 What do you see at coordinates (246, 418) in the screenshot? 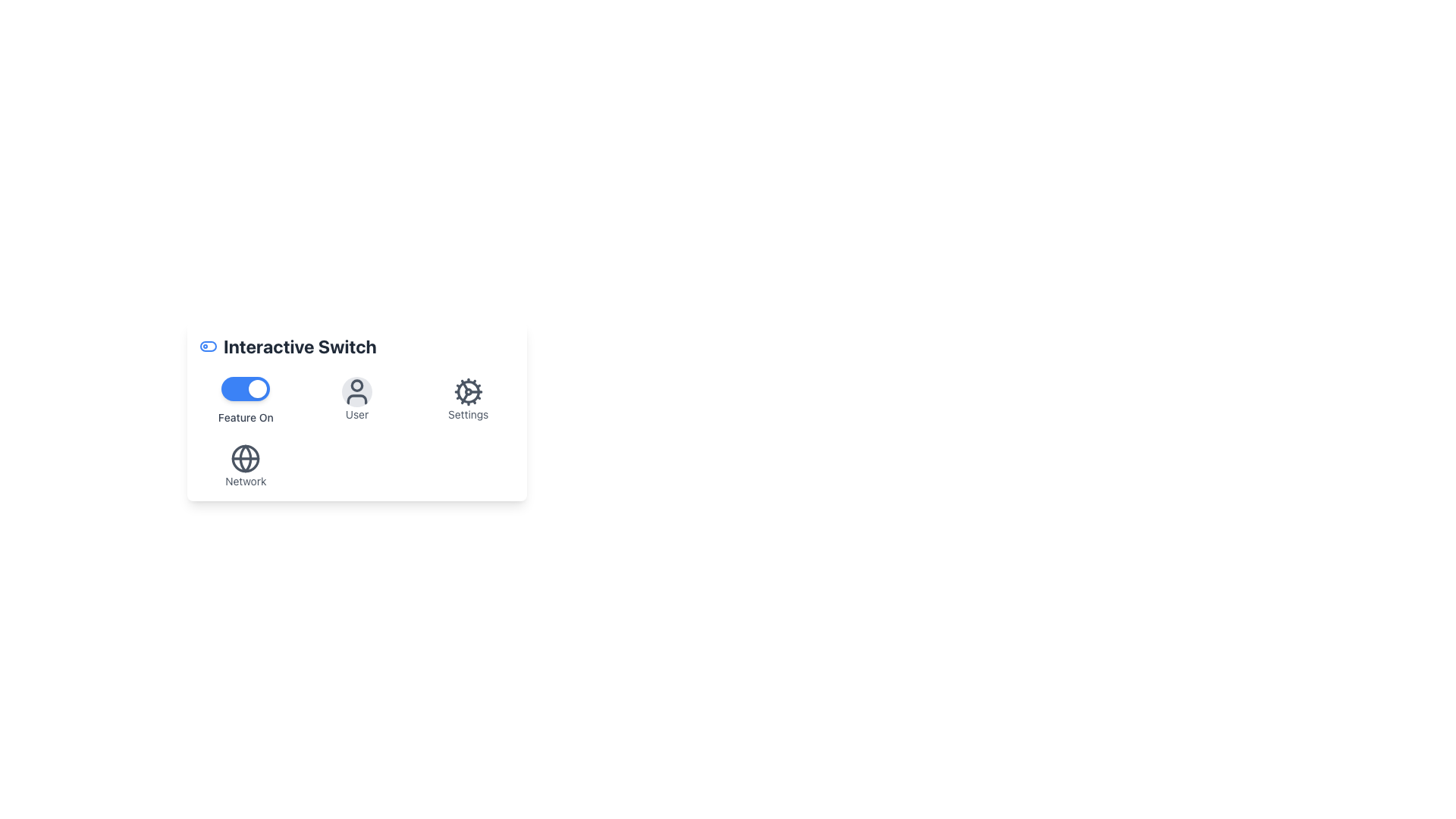
I see `the text label reading 'Feature On', which is located centrally below the blue toggle switch in a card-style layout` at bounding box center [246, 418].